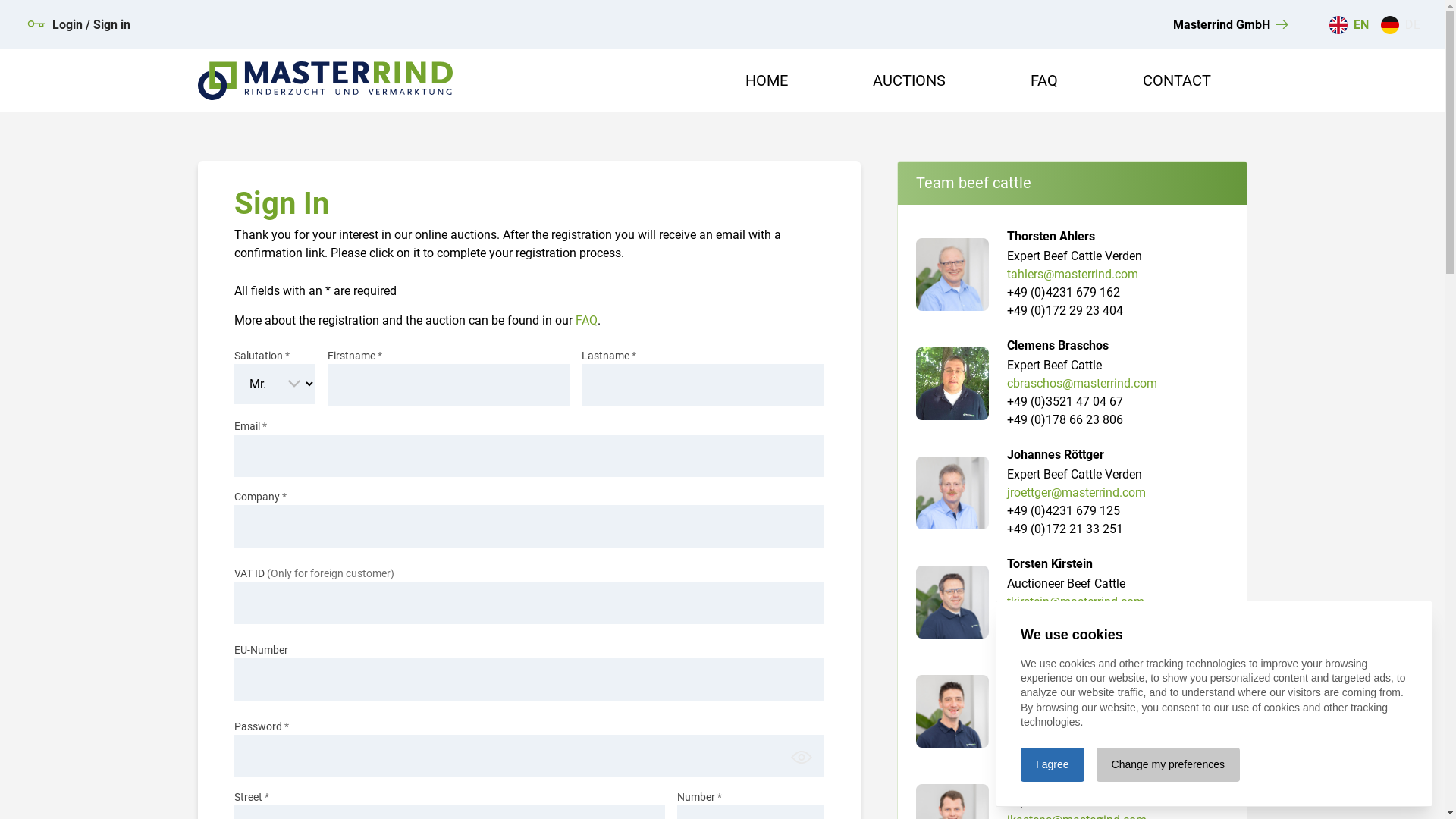 The image size is (1456, 819). Describe the element at coordinates (835, 80) in the screenshot. I see `'AUCTIONS'` at that location.